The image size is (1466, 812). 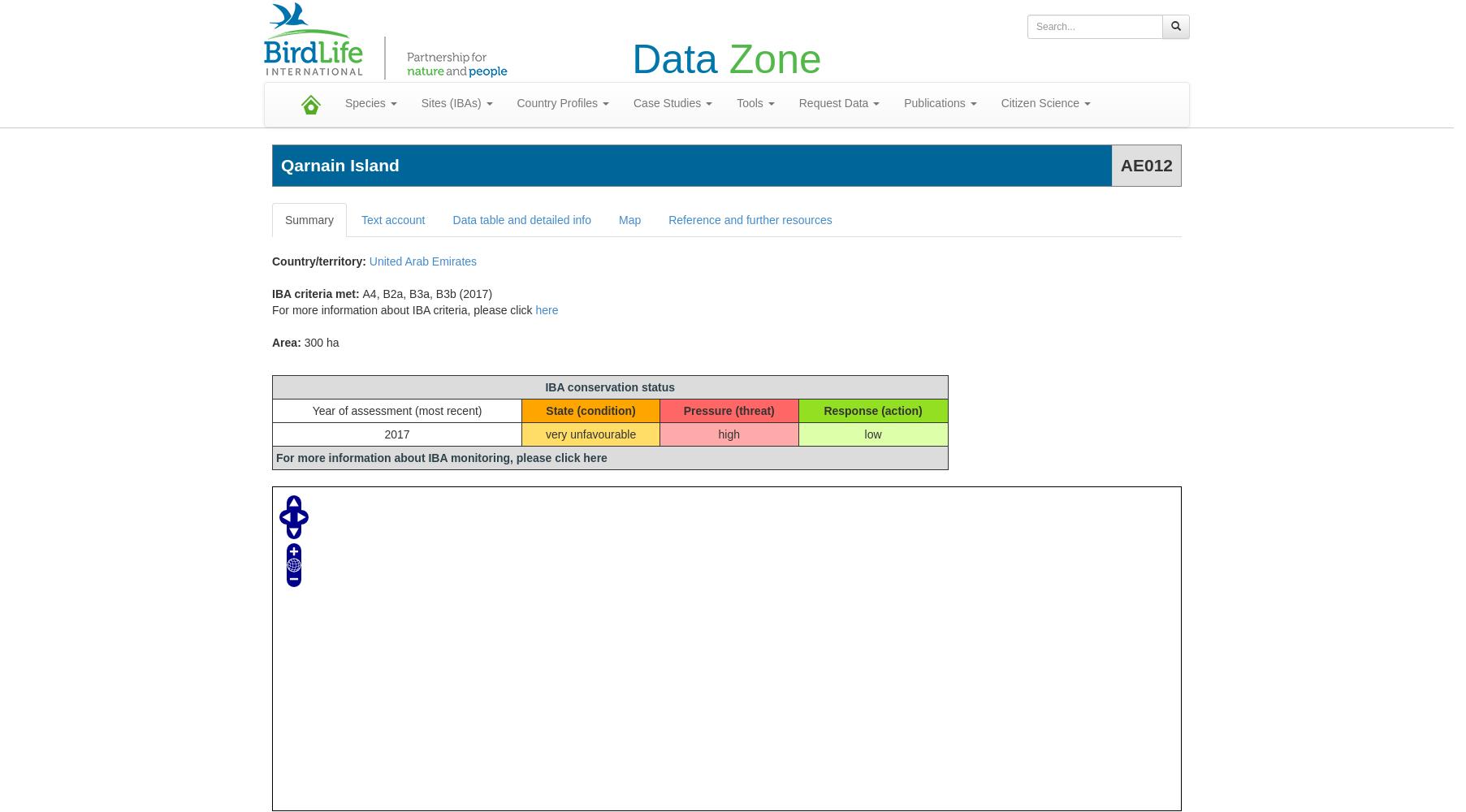 I want to click on 'United Arab Emirates', so click(x=422, y=261).